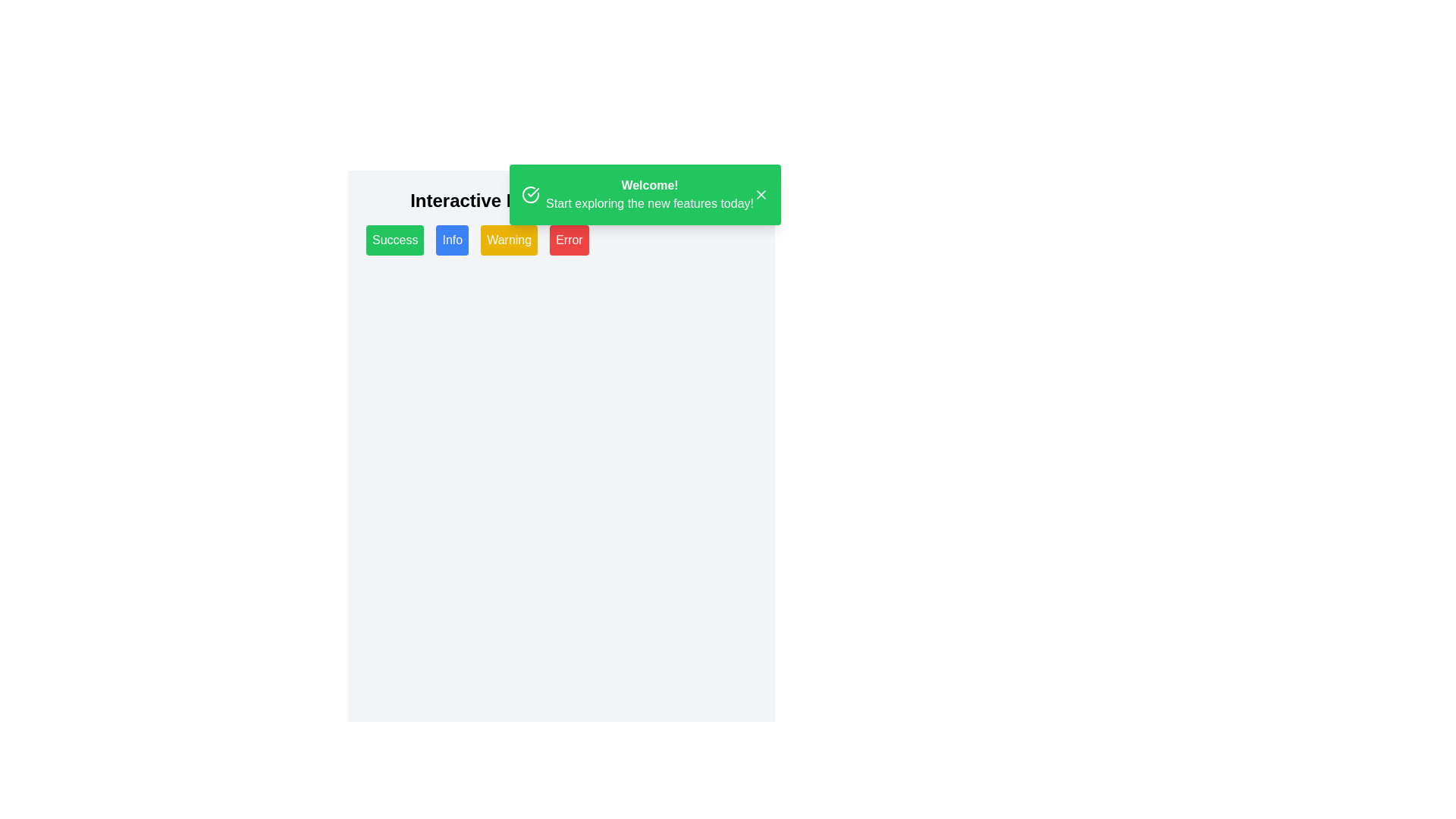 The height and width of the screenshot is (819, 1456). What do you see at coordinates (650, 185) in the screenshot?
I see `the bold green text label that says 'Welcome!' located at the top-right section of the green notification bar` at bounding box center [650, 185].